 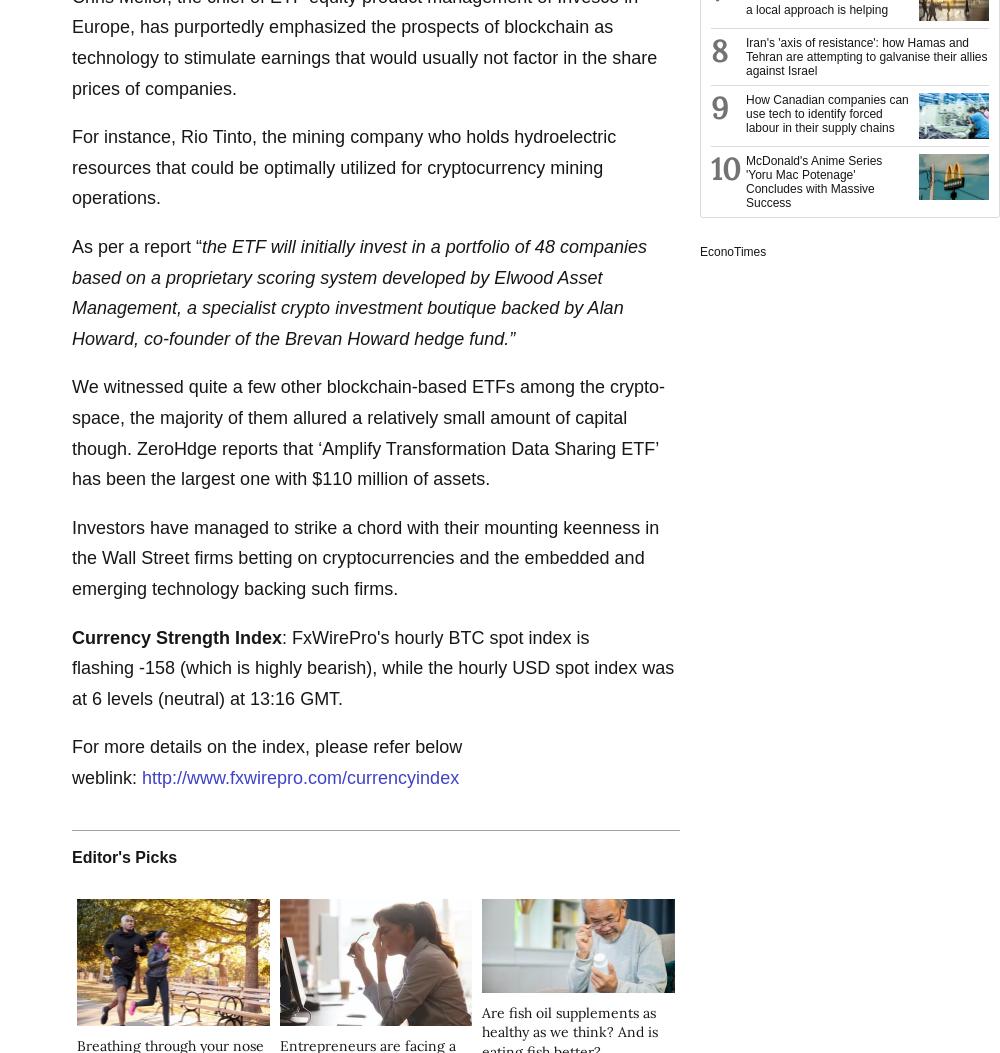 I want to click on 'For instance, Rio Tinto, the mining company who holds hydroelectric resources that could be optimally utilized for cryptocurrency mining operations.', so click(x=343, y=166).